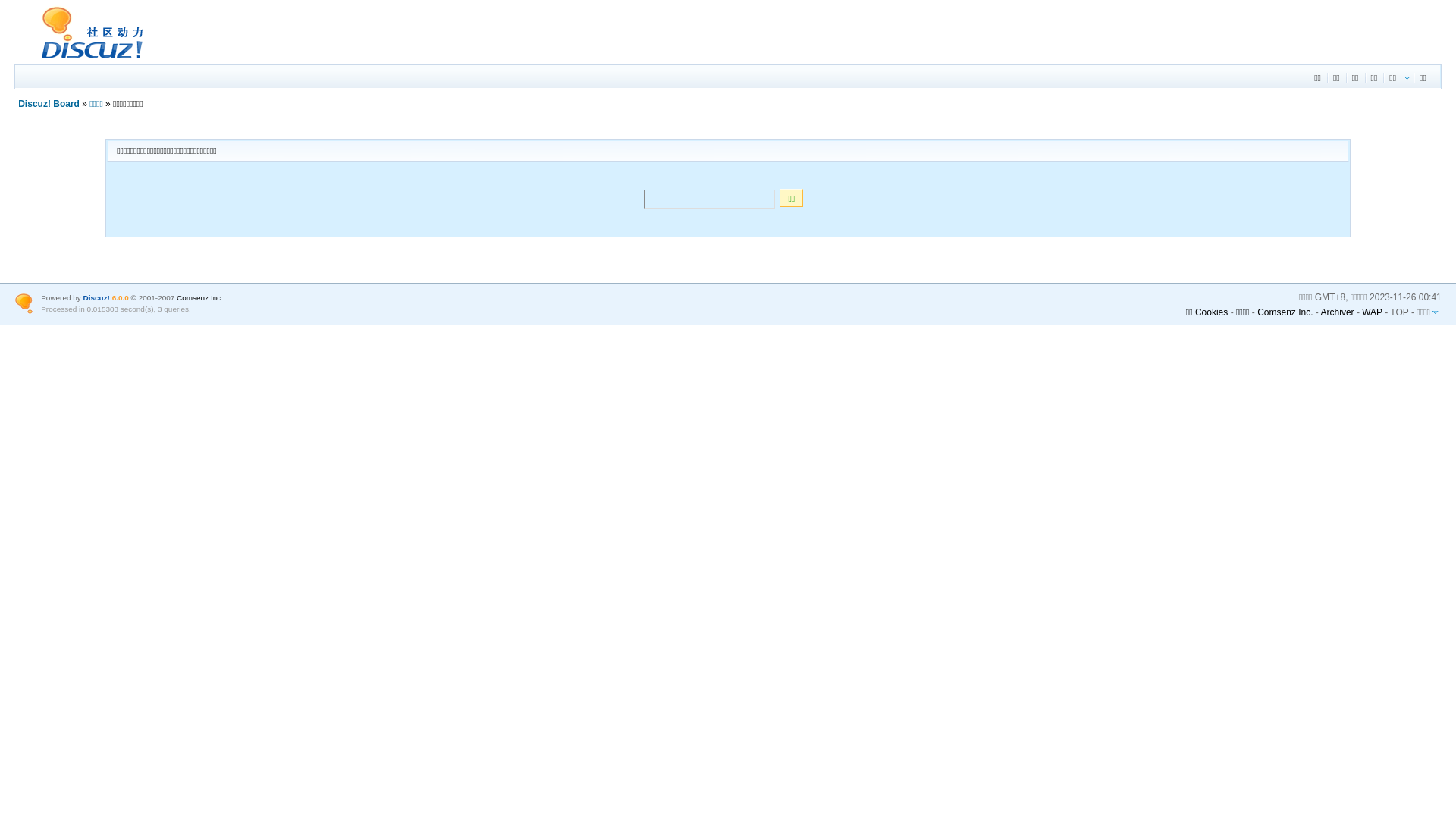 This screenshot has width=1456, height=819. I want to click on 'Discuz! Board', so click(49, 103).